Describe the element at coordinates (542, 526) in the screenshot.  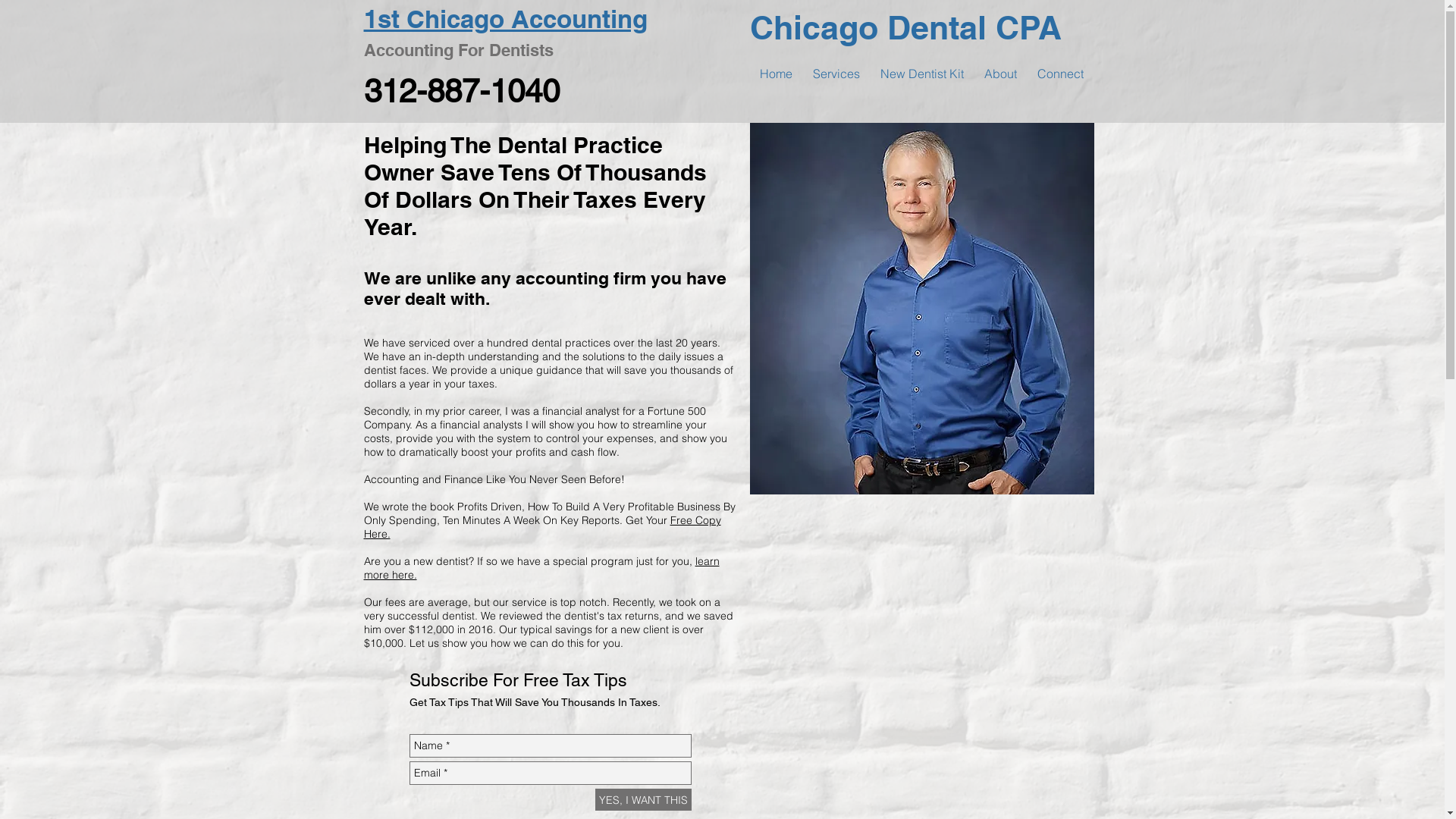
I see `'Free Copy Here.'` at that location.